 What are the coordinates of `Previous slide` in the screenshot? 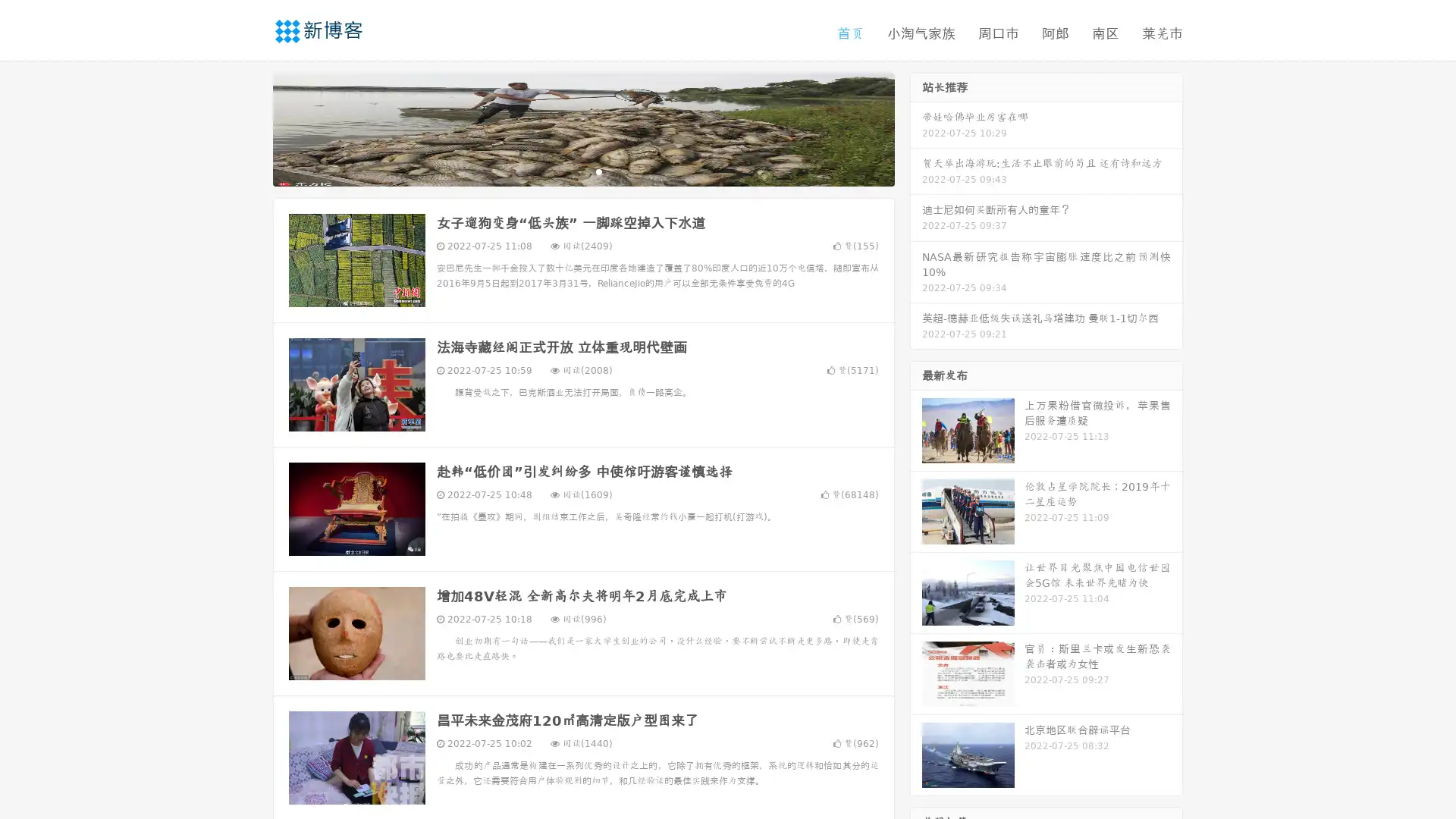 It's located at (250, 127).